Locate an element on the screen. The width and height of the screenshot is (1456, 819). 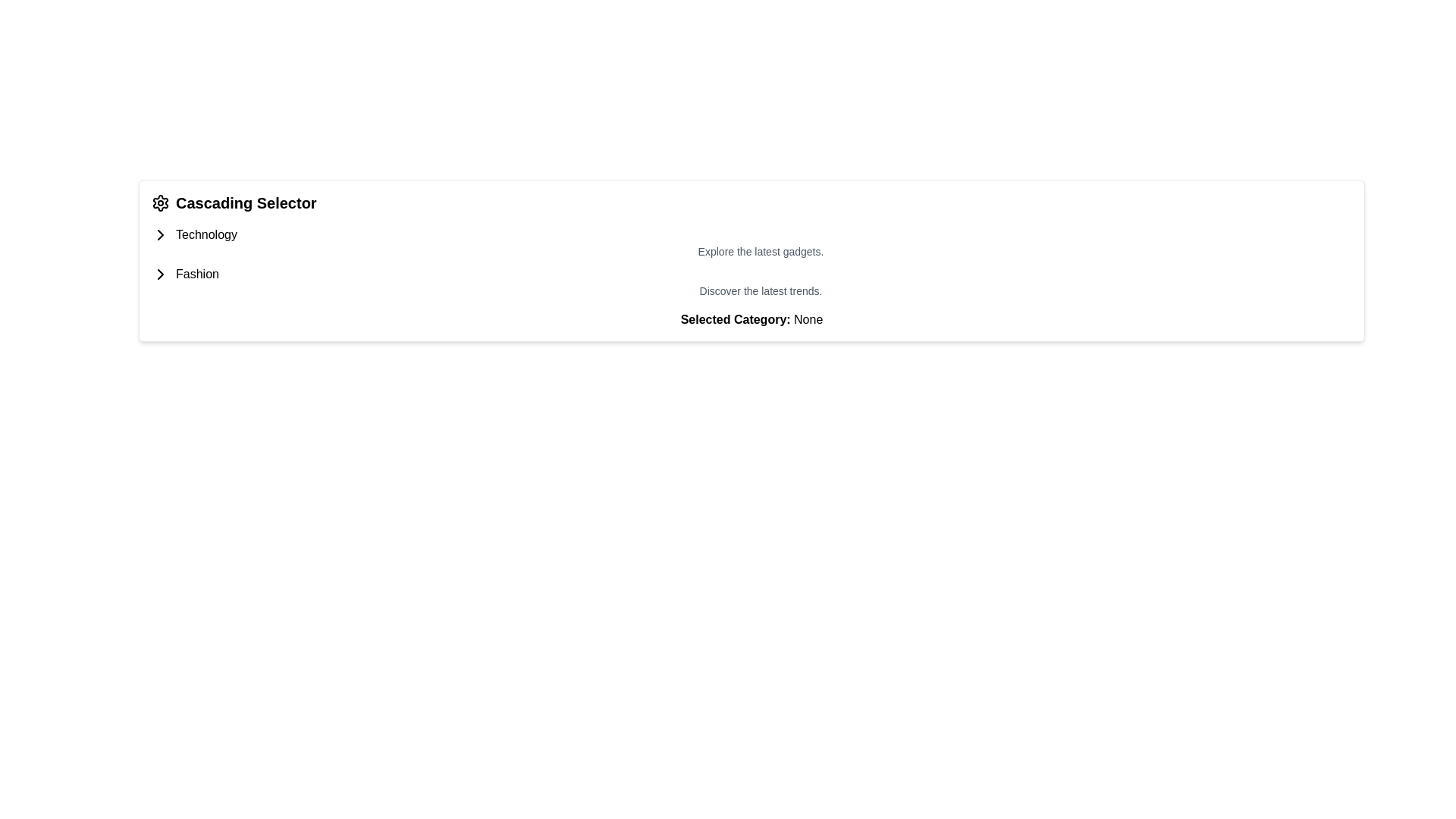
the rightward pointing chevron icon button located before the 'Fashion' item is located at coordinates (160, 275).